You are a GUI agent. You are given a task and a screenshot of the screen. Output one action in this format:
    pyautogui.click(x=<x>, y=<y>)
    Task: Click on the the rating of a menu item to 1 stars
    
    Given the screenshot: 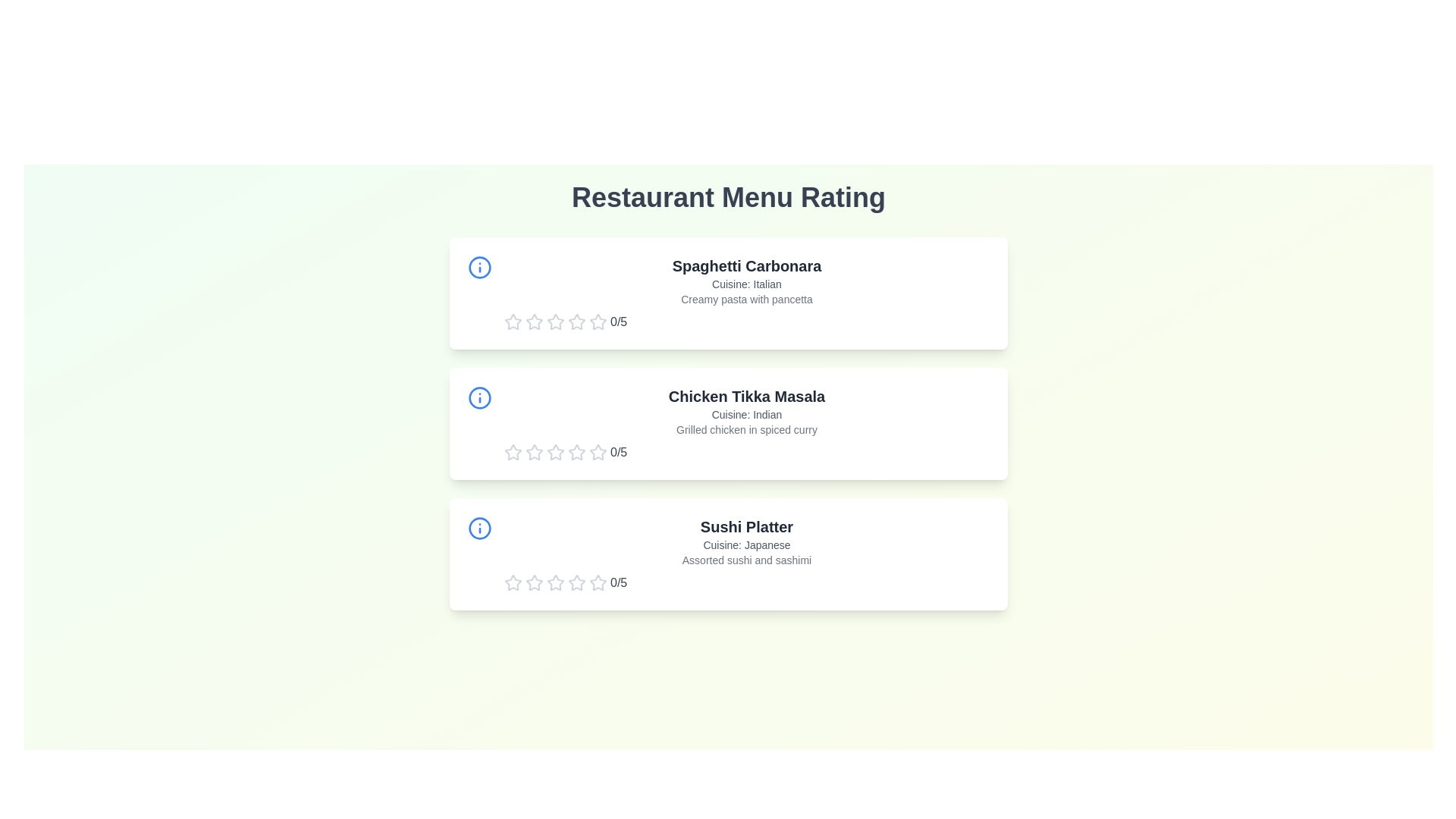 What is the action you would take?
    pyautogui.click(x=513, y=321)
    